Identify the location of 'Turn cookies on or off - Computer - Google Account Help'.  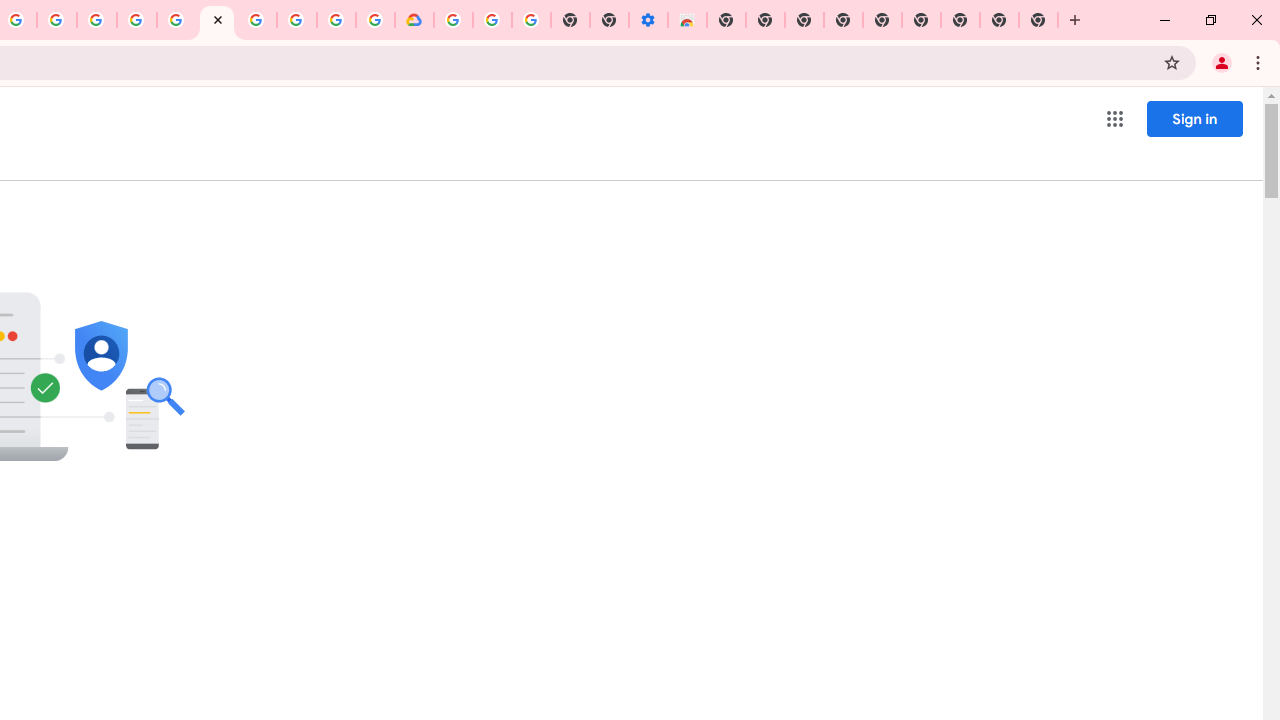
(531, 20).